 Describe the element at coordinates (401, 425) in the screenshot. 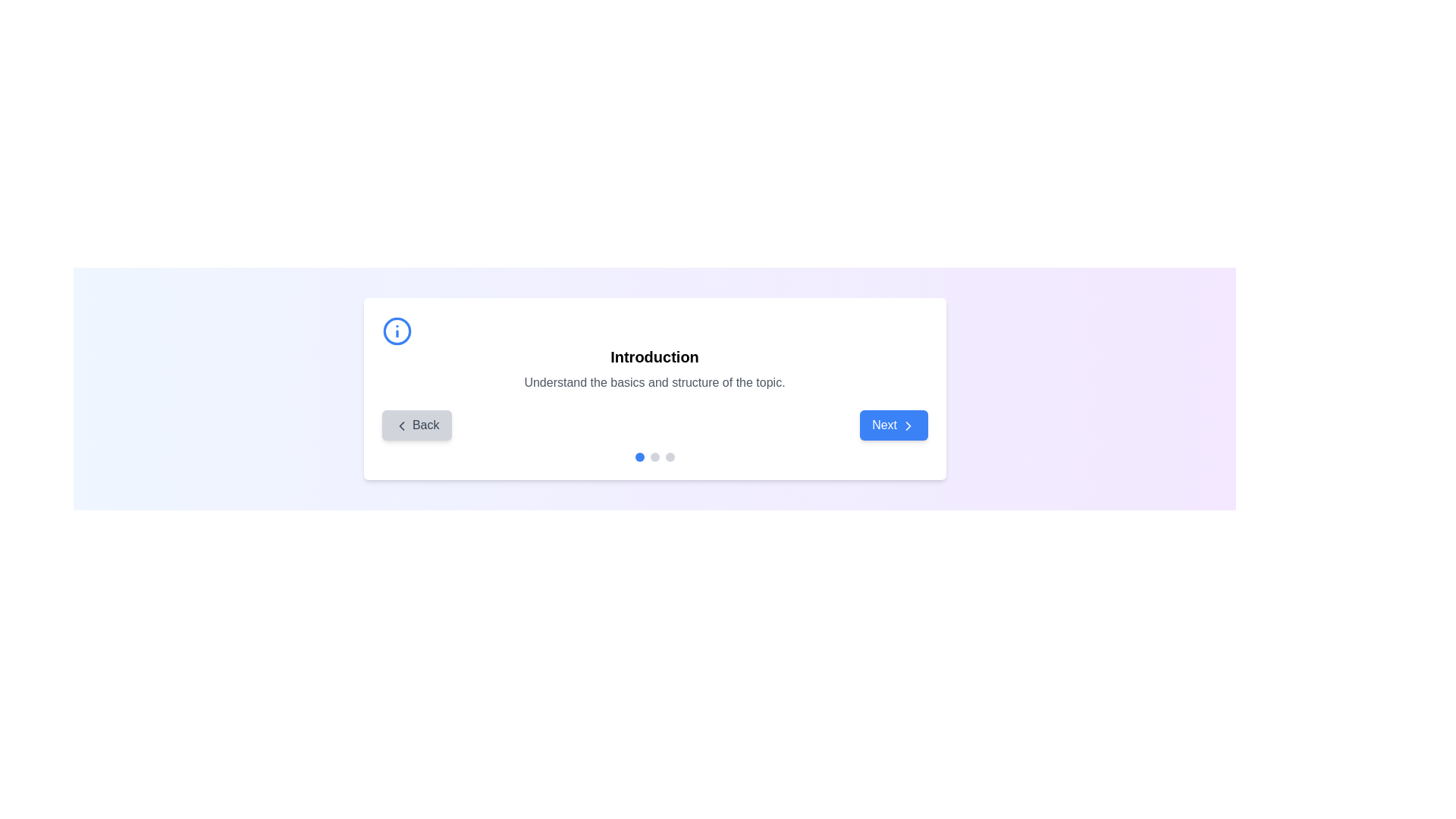

I see `the left-pointing arrow icon within the 'Back' button to trigger potential visual feedback` at that location.